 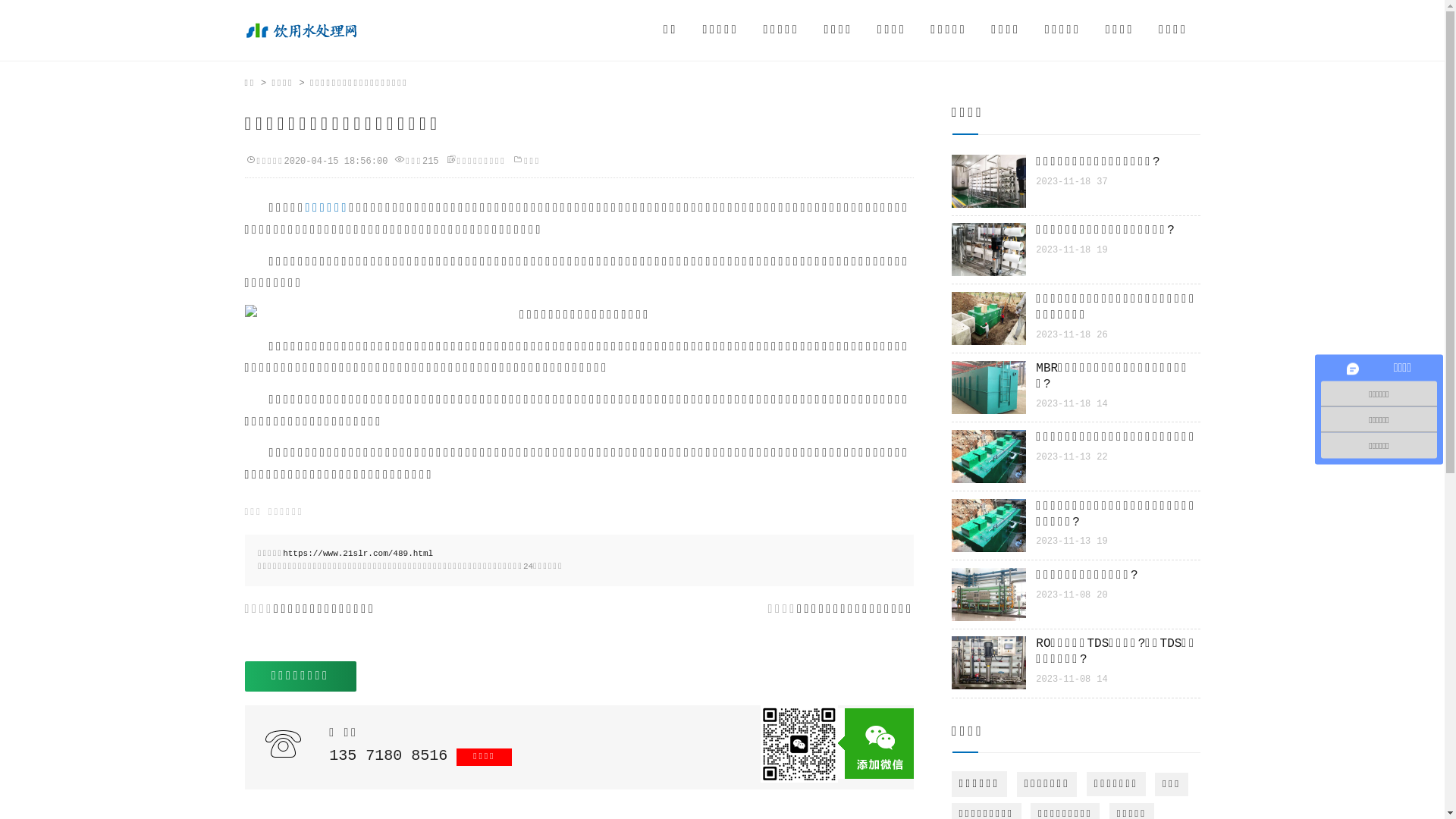 I want to click on 'https://www.21slr.com/489.html', so click(x=356, y=553).